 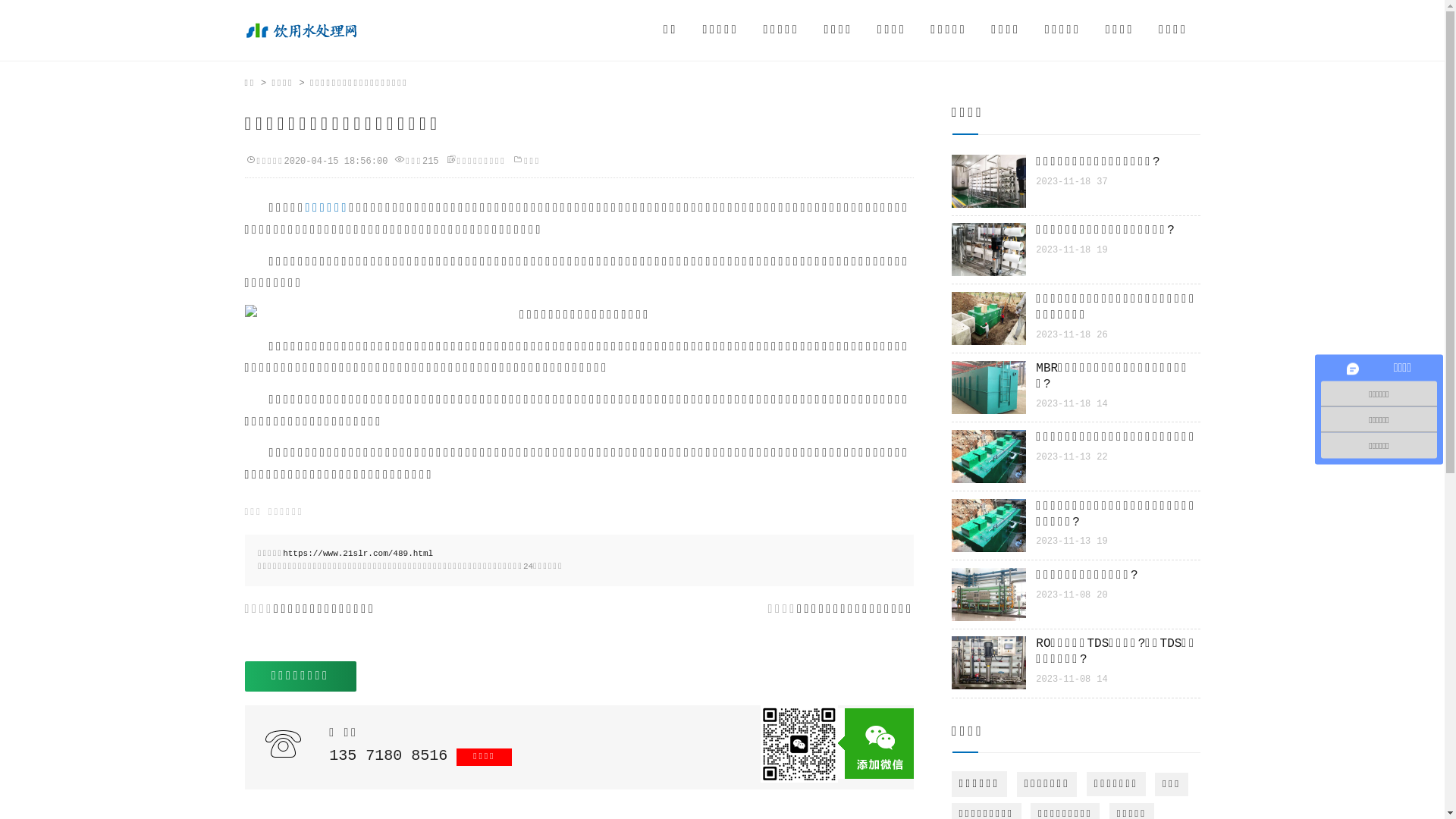 I want to click on 'https://www.21slr.com/489.html', so click(x=356, y=553).